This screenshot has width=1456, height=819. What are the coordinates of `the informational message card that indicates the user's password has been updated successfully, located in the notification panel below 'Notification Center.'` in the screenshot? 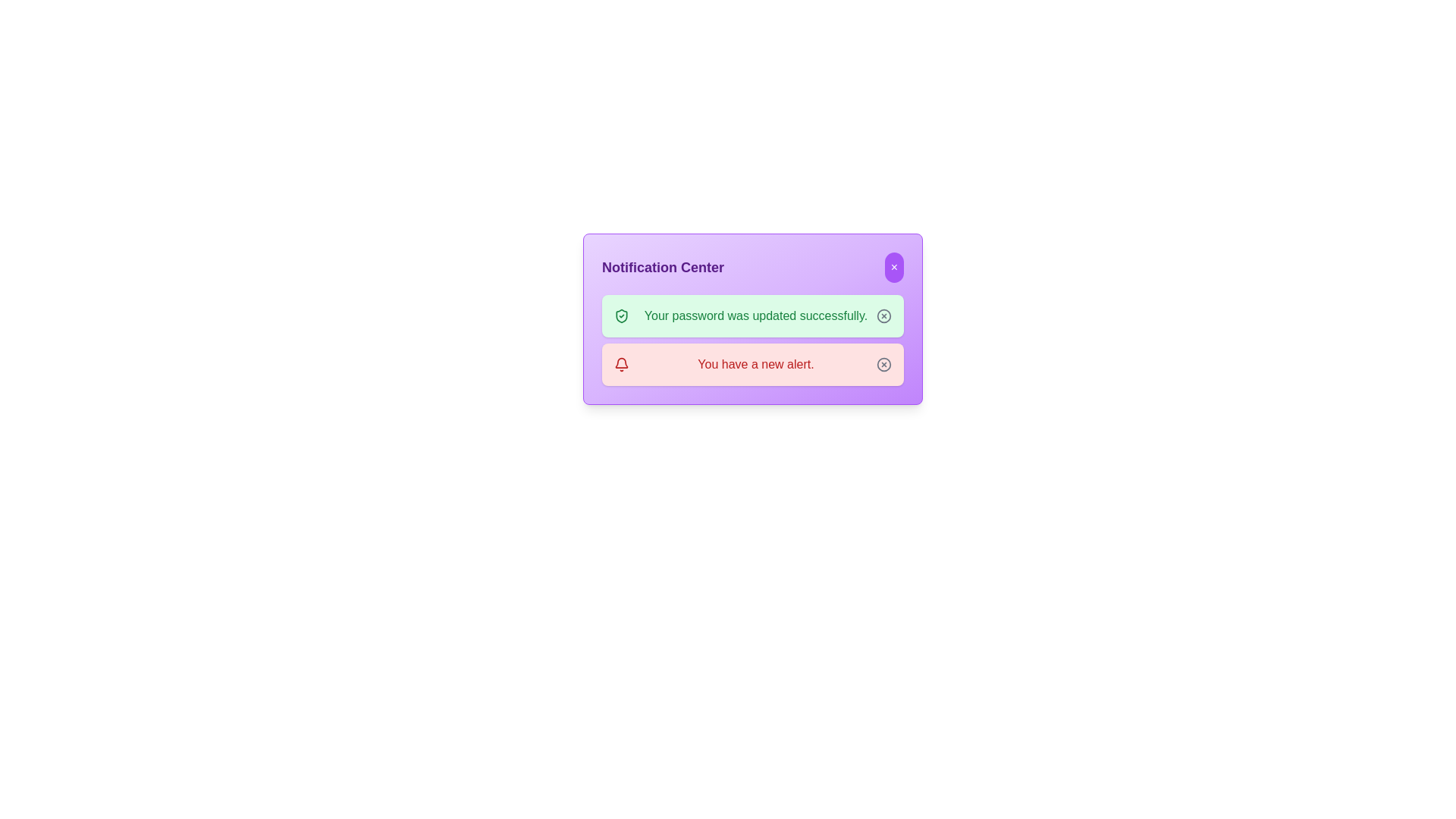 It's located at (753, 315).